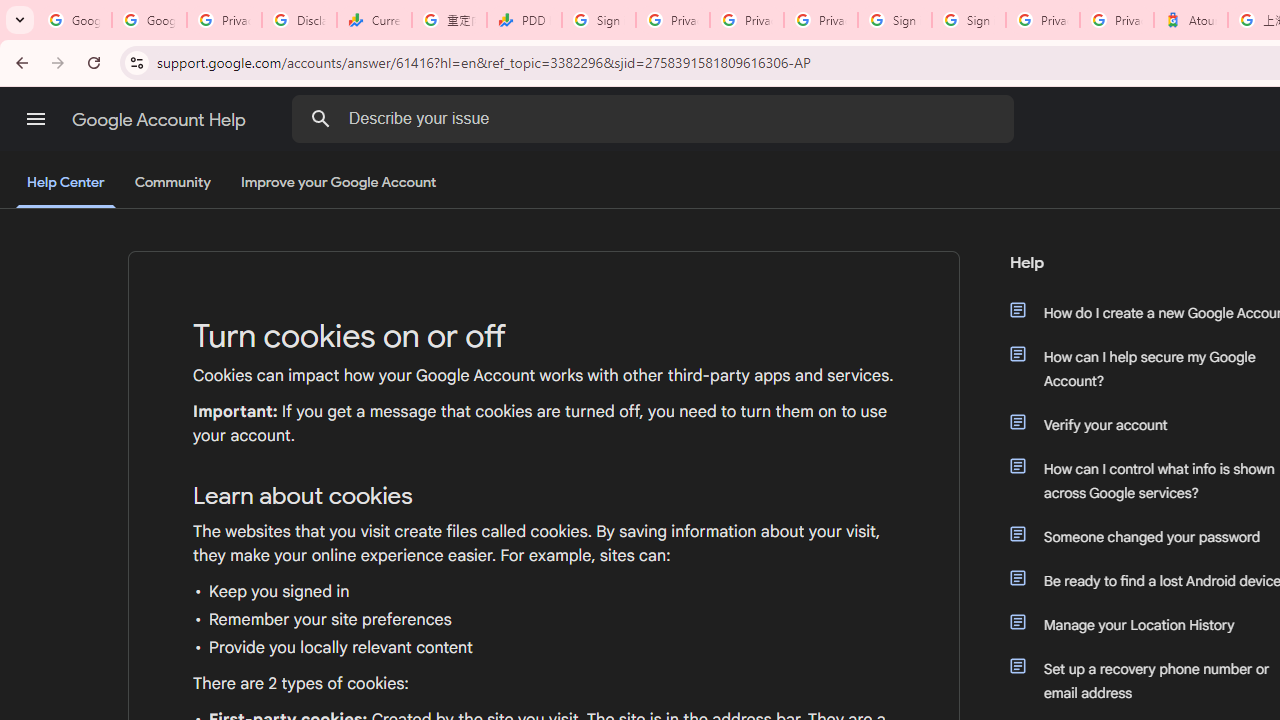 This screenshot has width=1280, height=720. I want to click on 'Atour Hotel - Google hotels', so click(1191, 20).